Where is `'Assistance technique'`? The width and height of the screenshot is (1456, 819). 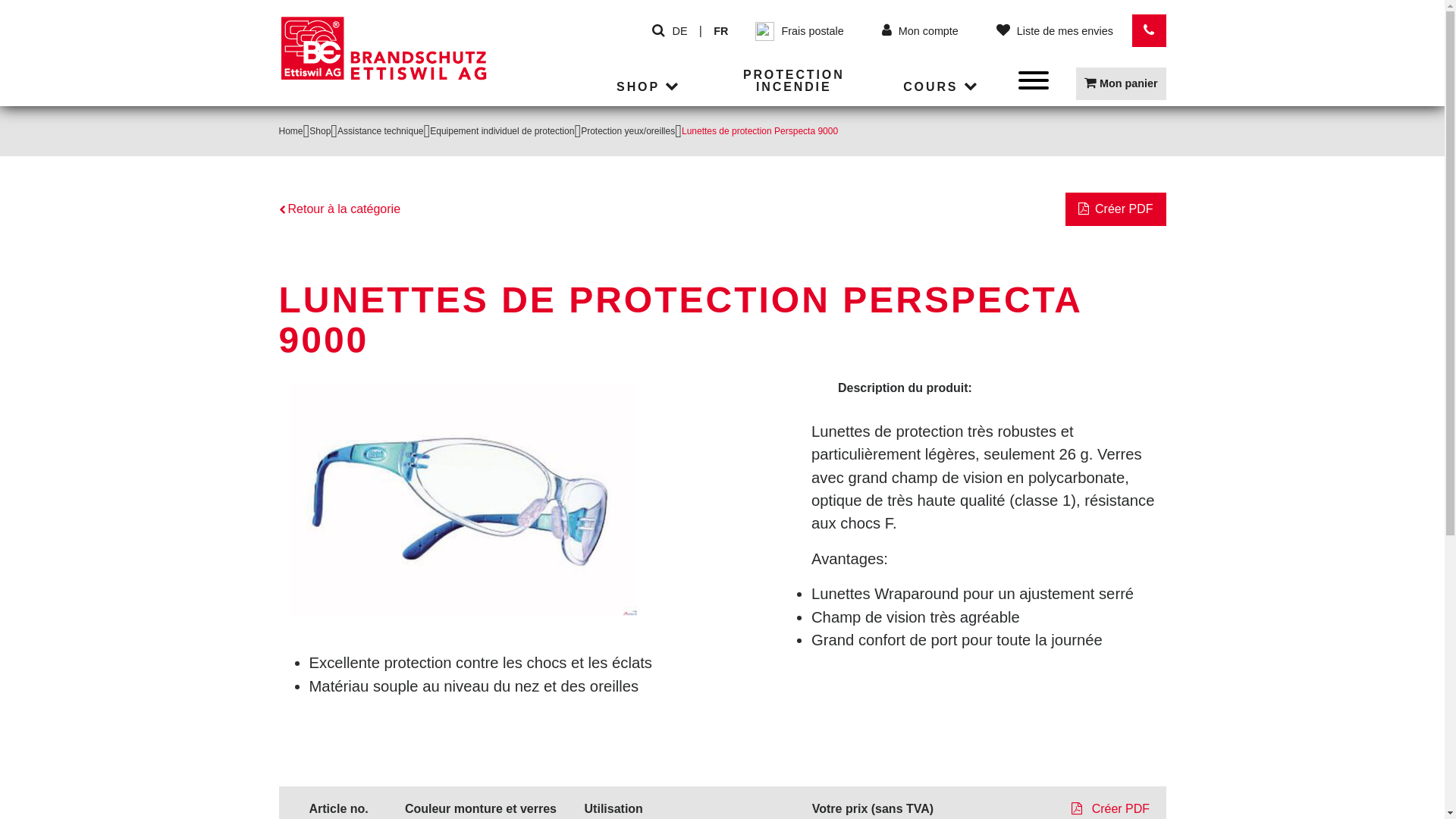
'Assistance technique' is located at coordinates (380, 130).